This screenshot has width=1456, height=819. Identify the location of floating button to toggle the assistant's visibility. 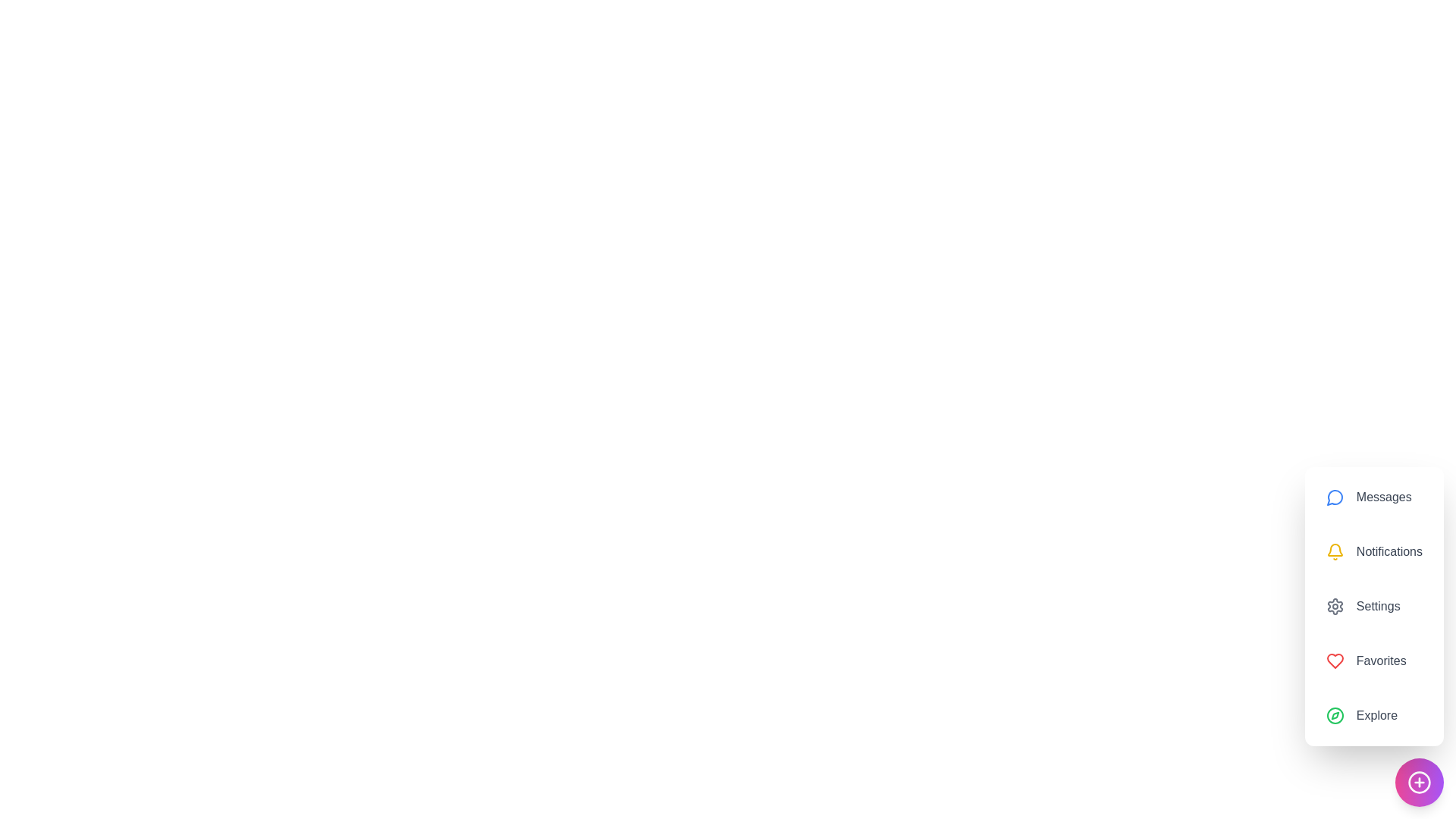
(1419, 783).